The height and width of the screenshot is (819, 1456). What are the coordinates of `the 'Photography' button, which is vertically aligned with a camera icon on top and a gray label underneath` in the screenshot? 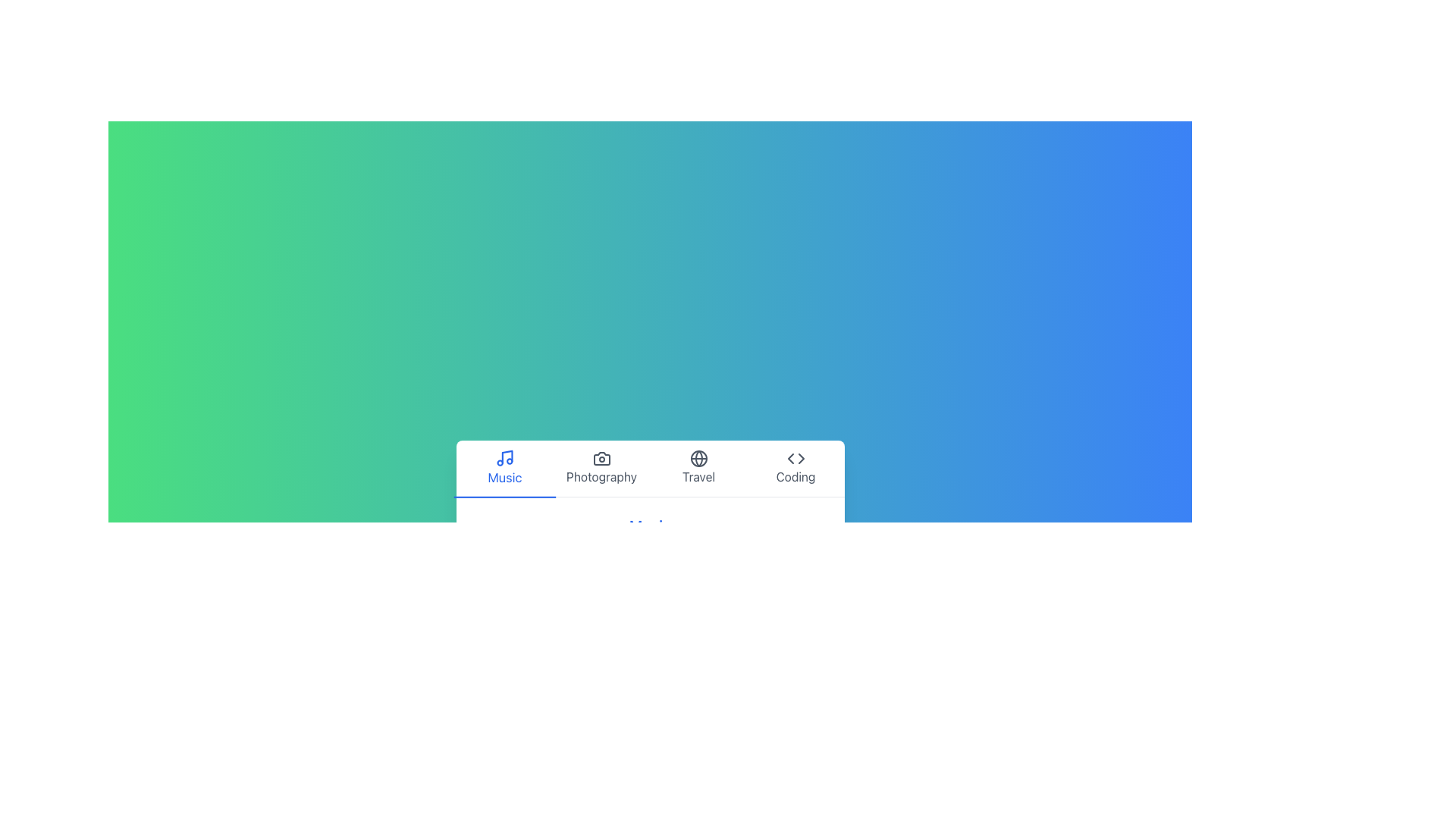 It's located at (601, 467).